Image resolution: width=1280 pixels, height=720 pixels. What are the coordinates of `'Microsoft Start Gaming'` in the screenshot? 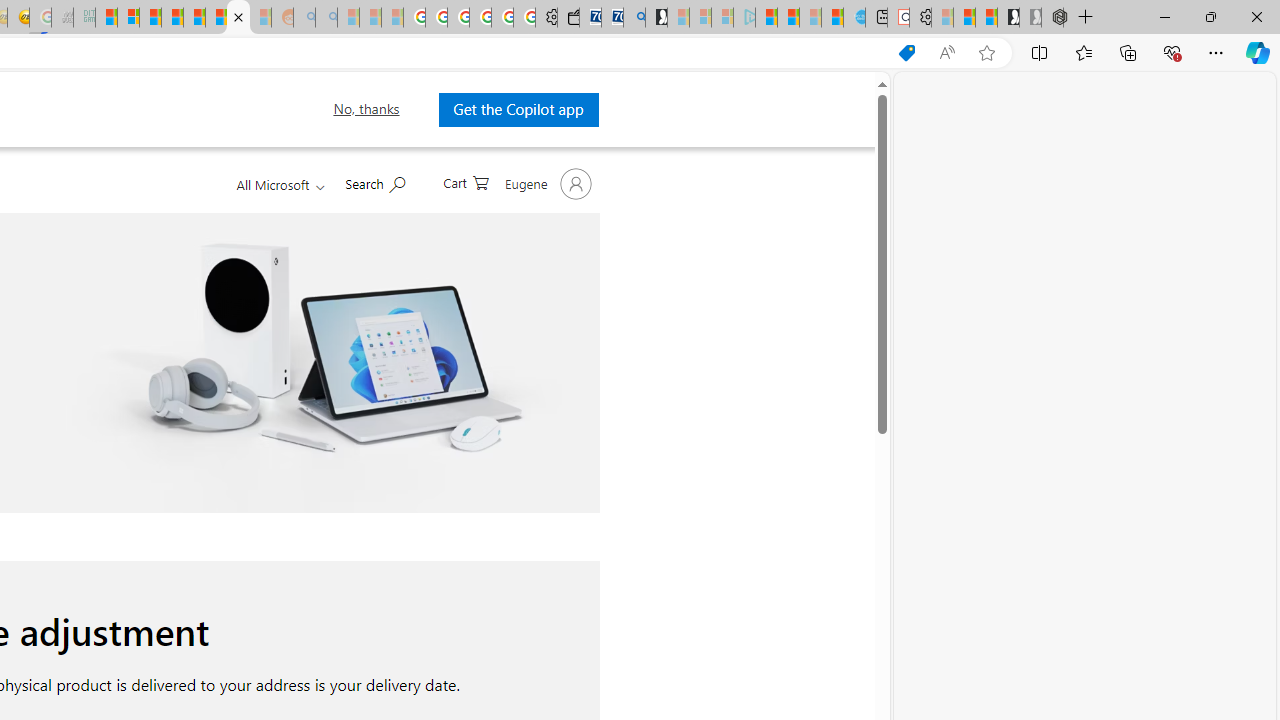 It's located at (656, 17).